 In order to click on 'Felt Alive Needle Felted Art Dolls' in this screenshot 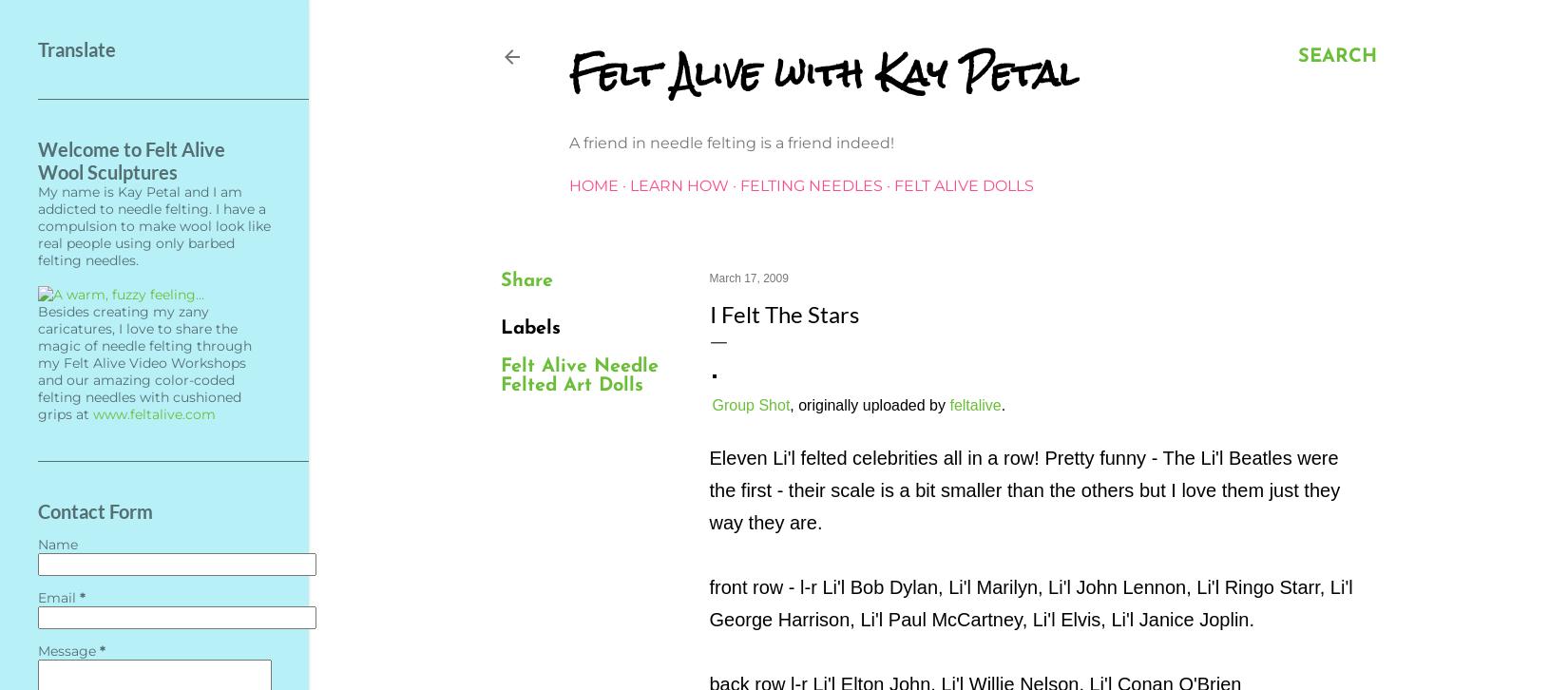, I will do `click(578, 376)`.